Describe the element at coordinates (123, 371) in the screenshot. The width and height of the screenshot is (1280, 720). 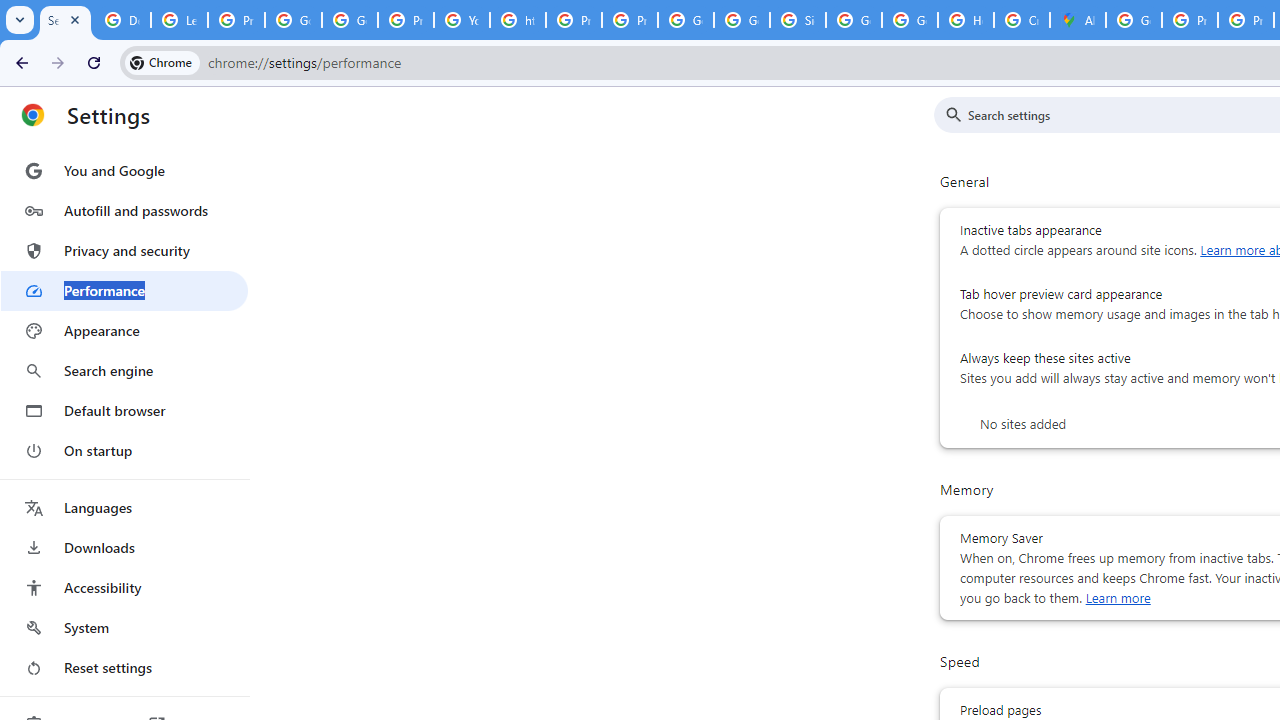
I see `'Search engine'` at that location.